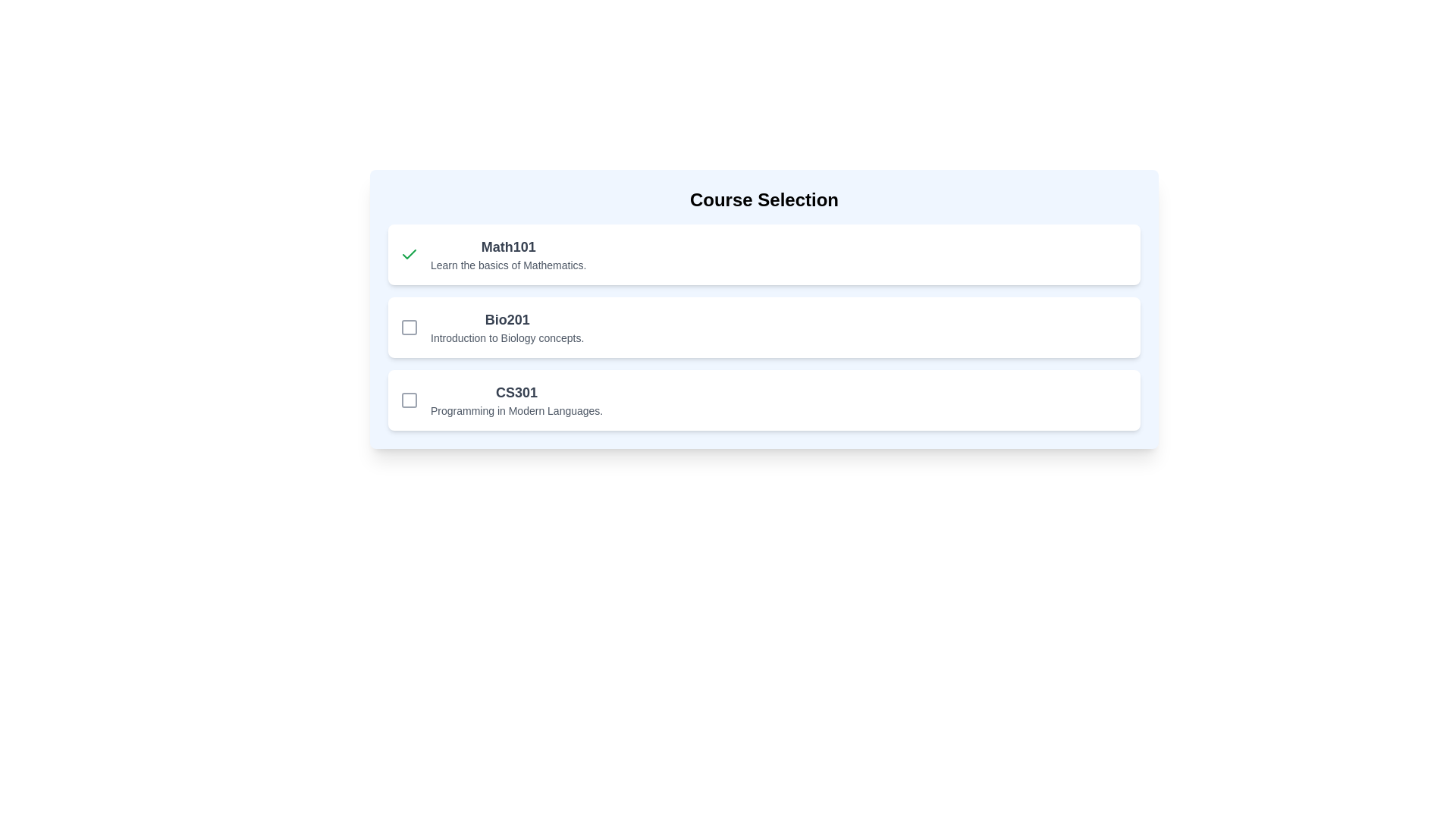 This screenshot has width=1456, height=819. Describe the element at coordinates (508, 246) in the screenshot. I see `the text 'Math101', which is a bold, larger, dark gray heading located at the top-left side of the course options list, above 'Learn the basics of Mathematics.'` at that location.